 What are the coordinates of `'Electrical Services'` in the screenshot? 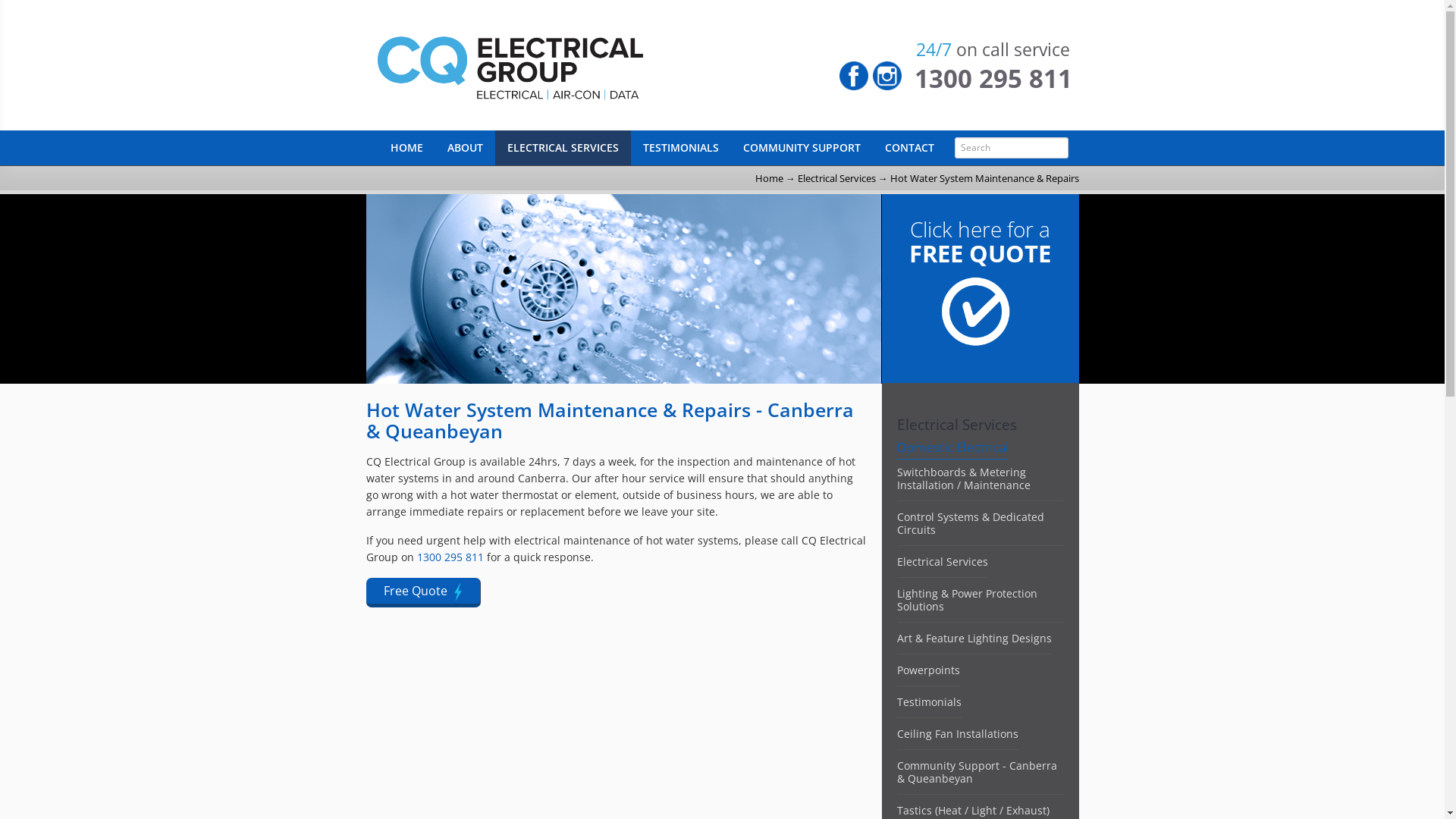 It's located at (836, 177).